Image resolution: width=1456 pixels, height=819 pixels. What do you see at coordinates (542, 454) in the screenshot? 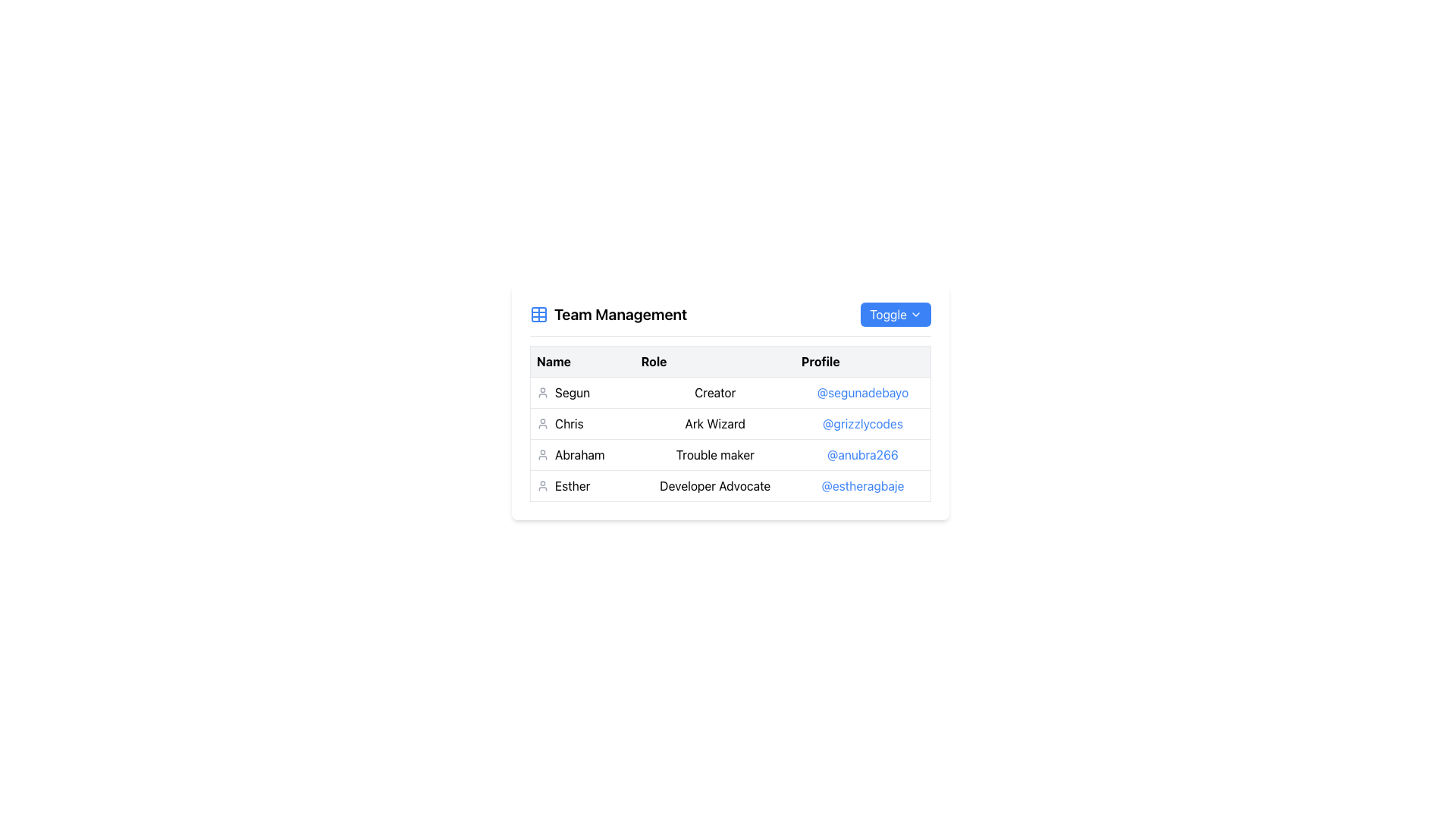
I see `the user icon associated with the entry for 'Abraham' in the 'Name' column of the table` at bounding box center [542, 454].